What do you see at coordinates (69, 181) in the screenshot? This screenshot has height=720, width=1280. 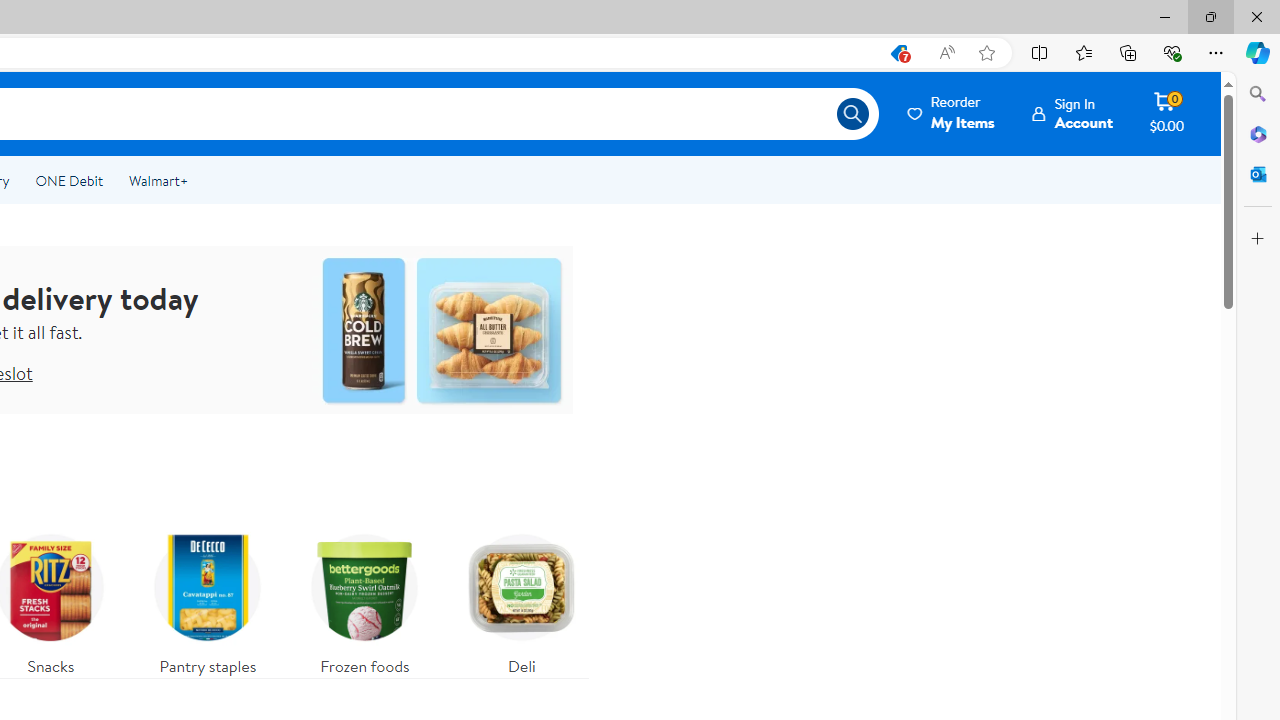 I see `'ONE Debit'` at bounding box center [69, 181].